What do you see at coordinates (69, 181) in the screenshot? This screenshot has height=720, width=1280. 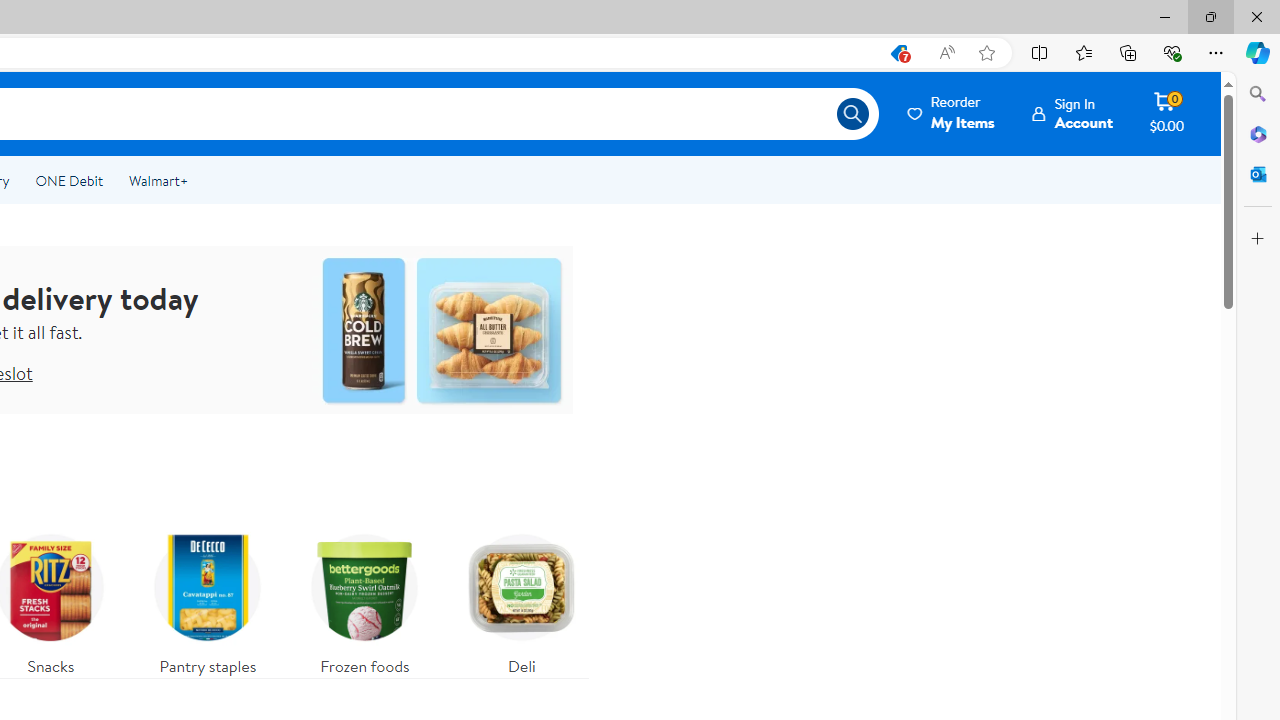 I see `'ONE Debit'` at bounding box center [69, 181].